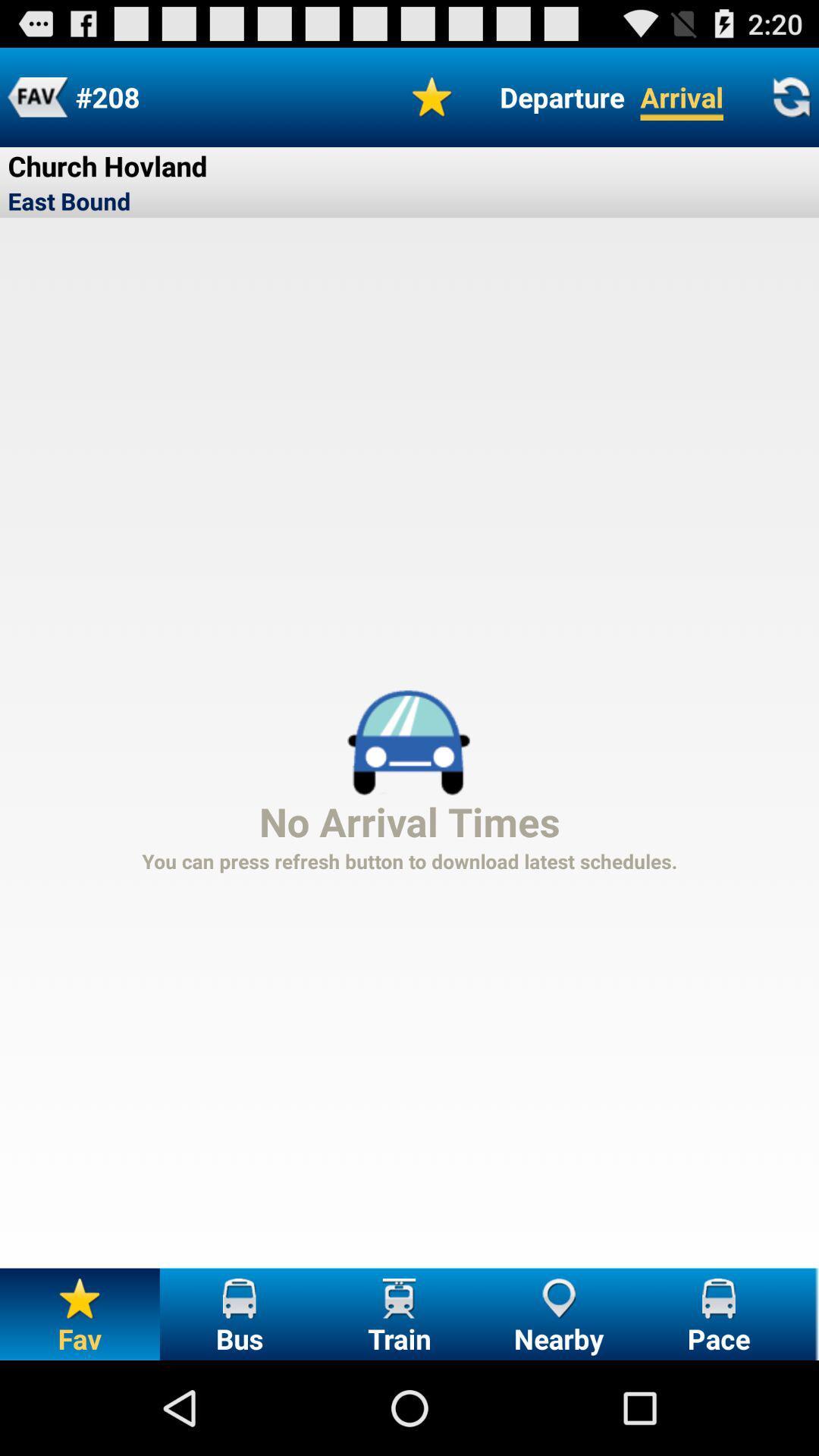 This screenshot has width=819, height=1456. I want to click on the refresh icon, so click(790, 103).